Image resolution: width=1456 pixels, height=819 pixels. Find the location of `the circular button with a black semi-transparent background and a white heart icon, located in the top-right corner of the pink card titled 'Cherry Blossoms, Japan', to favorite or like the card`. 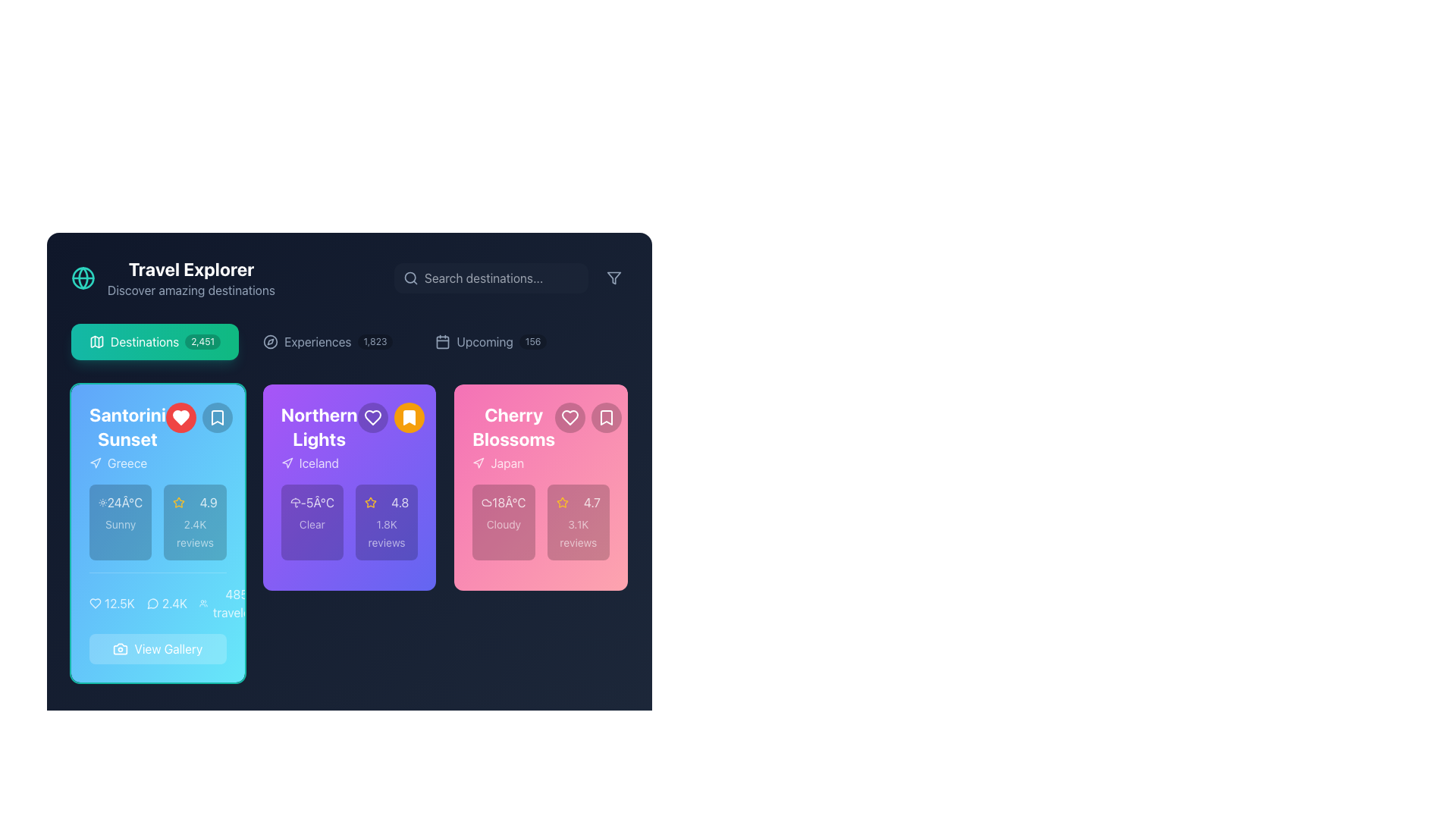

the circular button with a black semi-transparent background and a white heart icon, located in the top-right corner of the pink card titled 'Cherry Blossoms, Japan', to favorite or like the card is located at coordinates (570, 418).